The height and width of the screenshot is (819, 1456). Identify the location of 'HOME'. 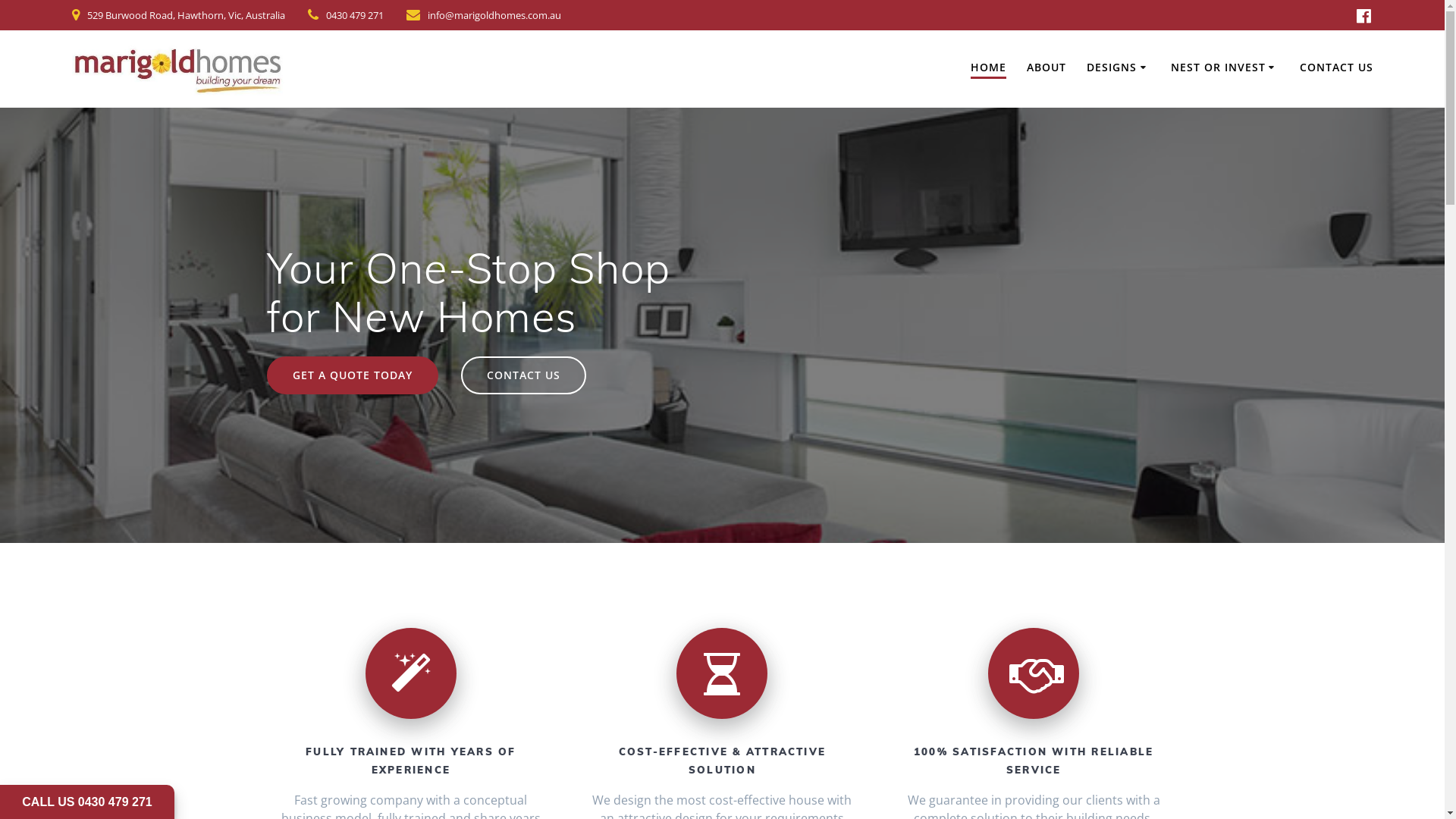
(988, 68).